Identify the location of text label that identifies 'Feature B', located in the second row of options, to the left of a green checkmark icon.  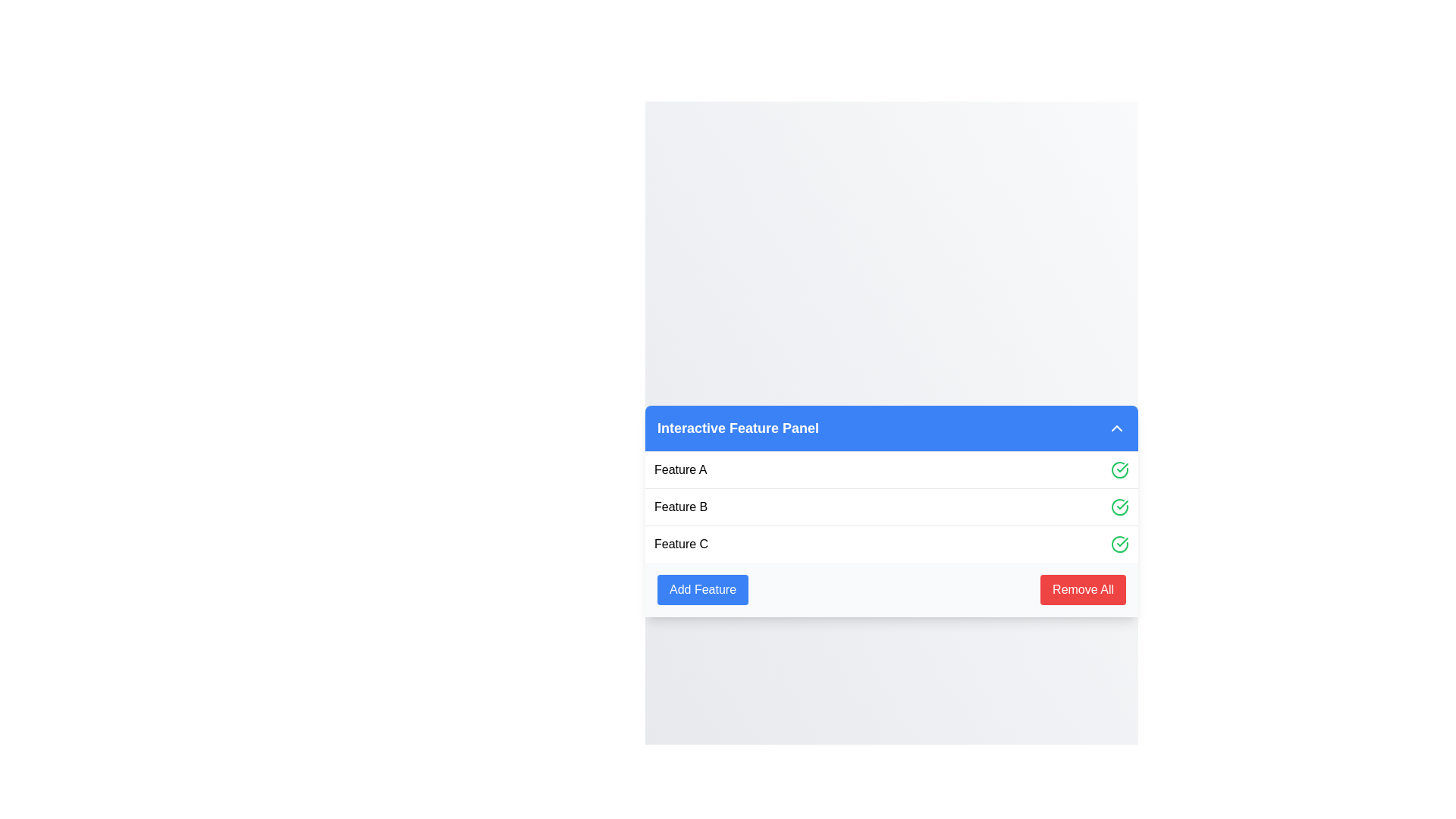
(680, 507).